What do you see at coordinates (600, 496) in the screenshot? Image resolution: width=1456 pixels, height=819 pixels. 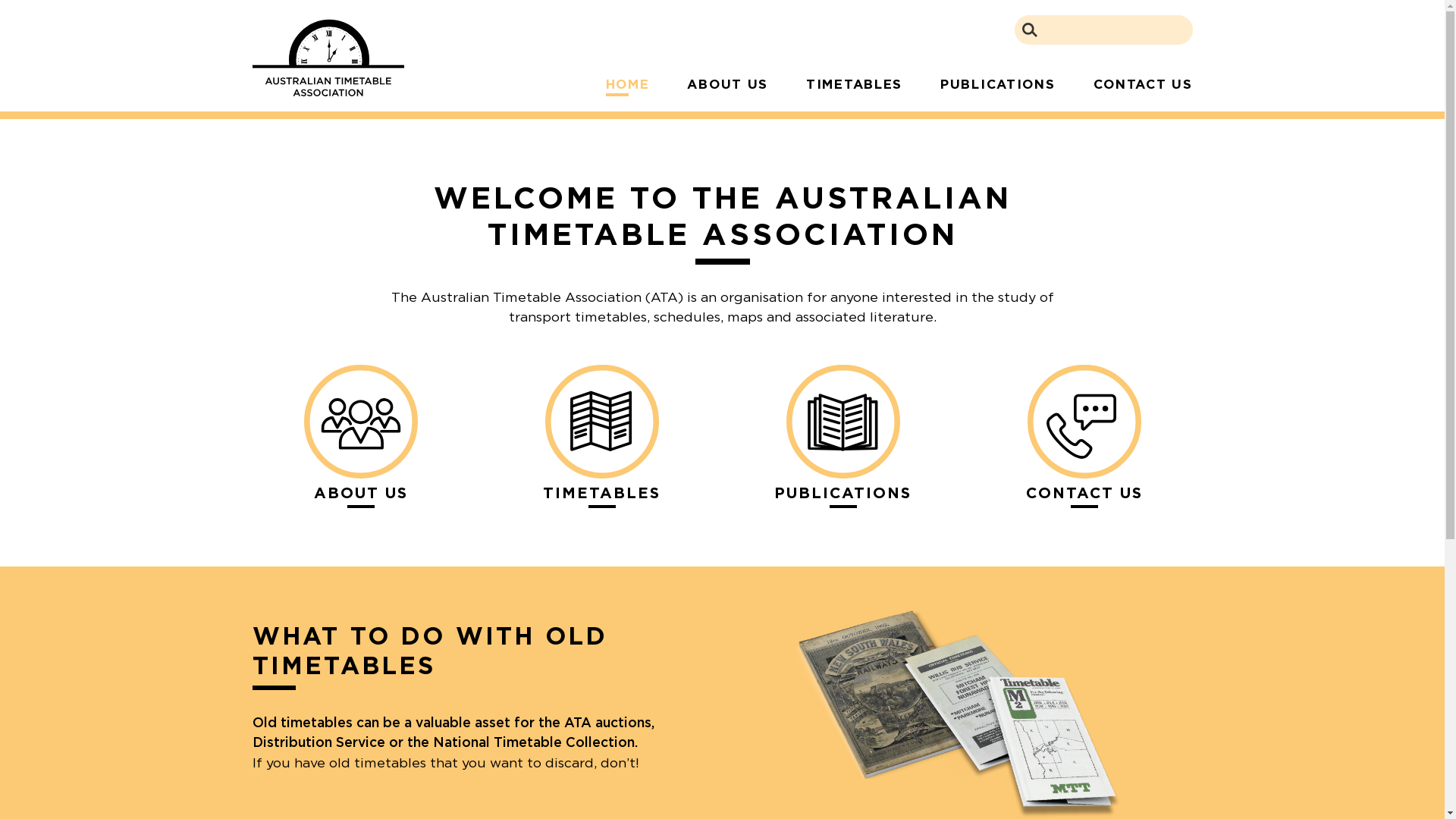 I see `'TIMETABLES'` at bounding box center [600, 496].